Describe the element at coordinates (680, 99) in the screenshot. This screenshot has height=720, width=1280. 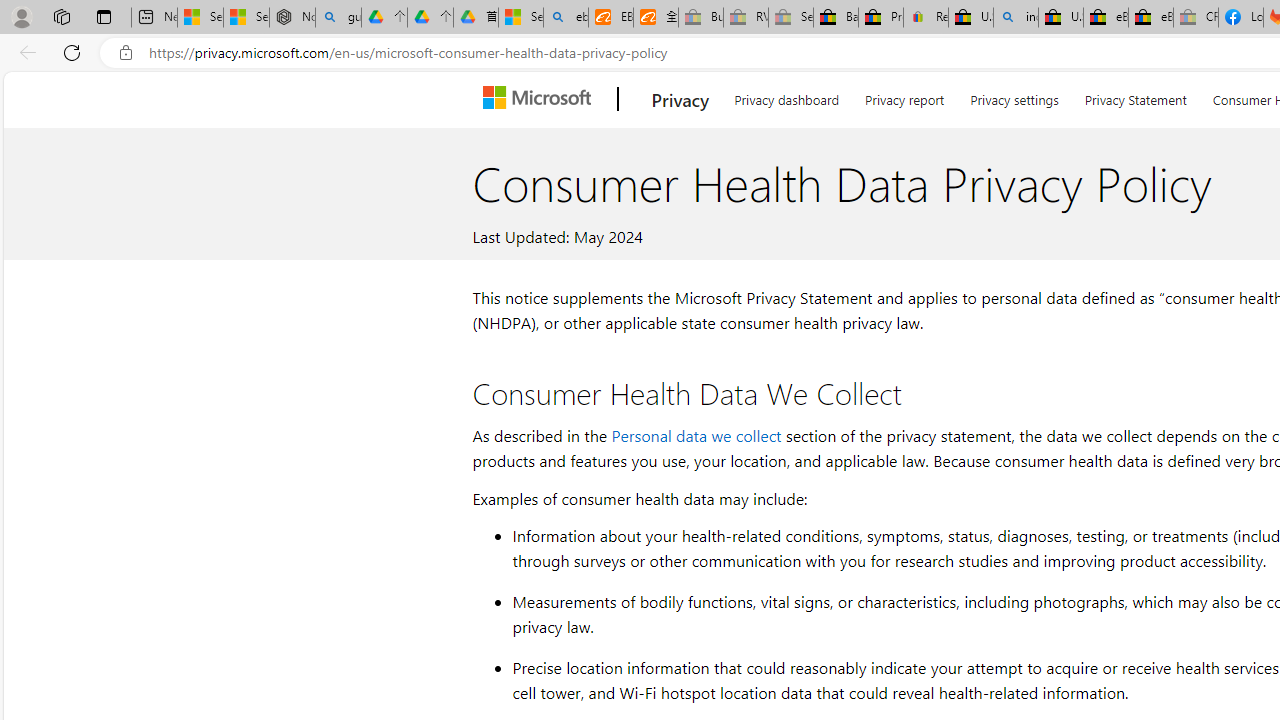
I see `'Privacy'` at that location.